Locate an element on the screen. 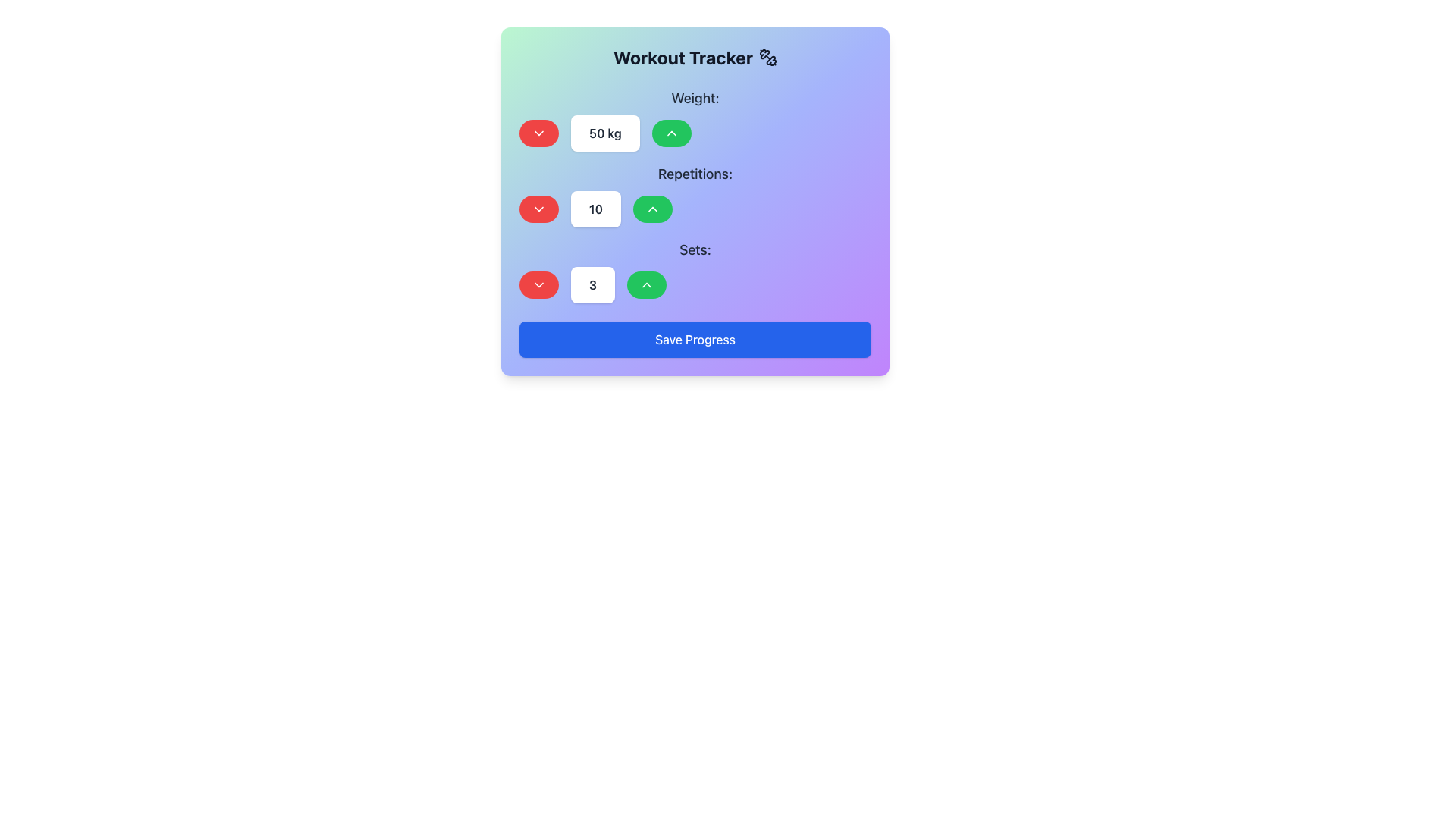  the upward-facing chevron icon button with a green background located to the right of the 'Weight' label in the 'Workout Tracker' interface is located at coordinates (652, 209).